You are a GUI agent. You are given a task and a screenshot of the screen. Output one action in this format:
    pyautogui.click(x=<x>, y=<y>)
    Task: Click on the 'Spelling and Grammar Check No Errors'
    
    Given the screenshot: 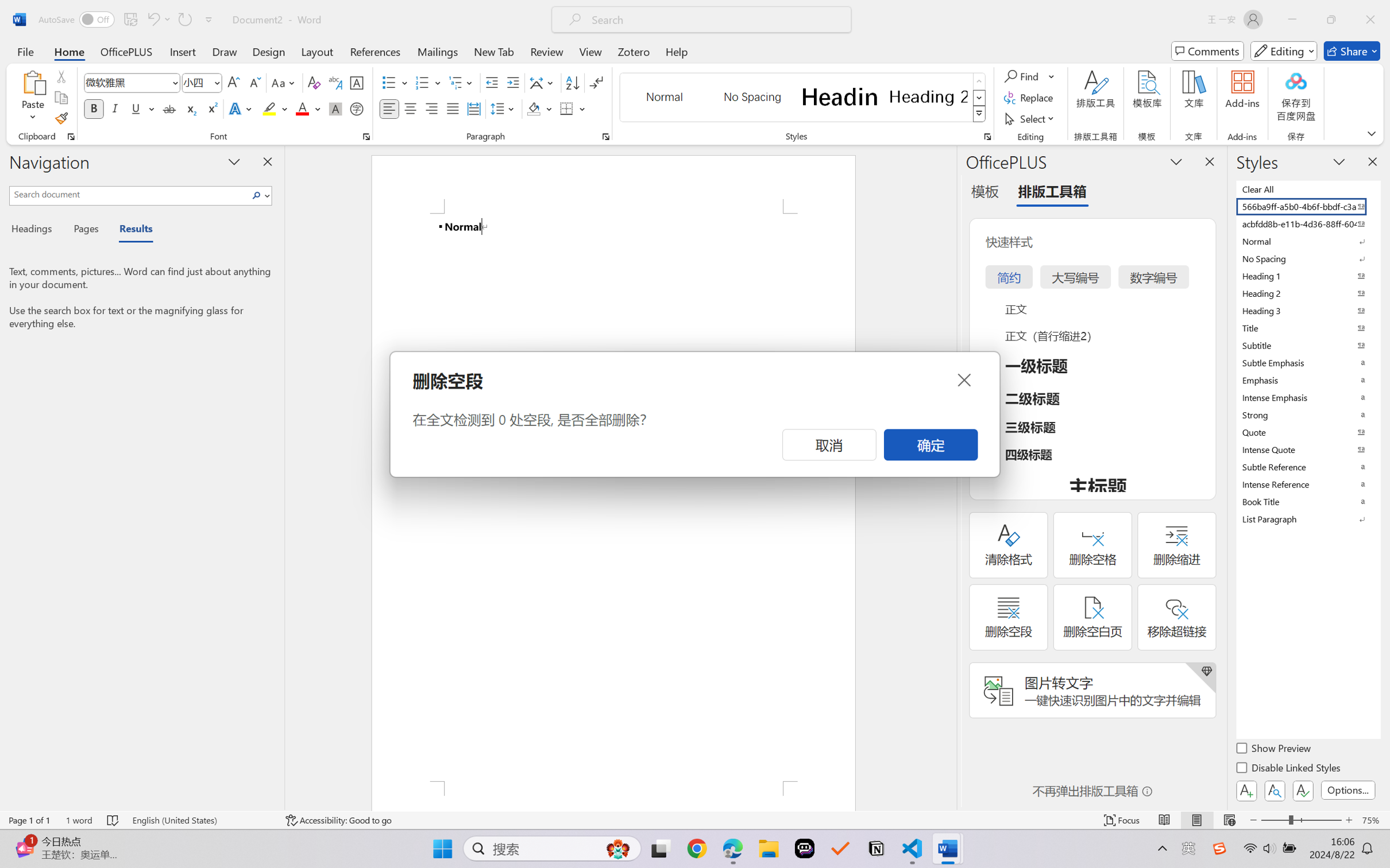 What is the action you would take?
    pyautogui.click(x=113, y=820)
    